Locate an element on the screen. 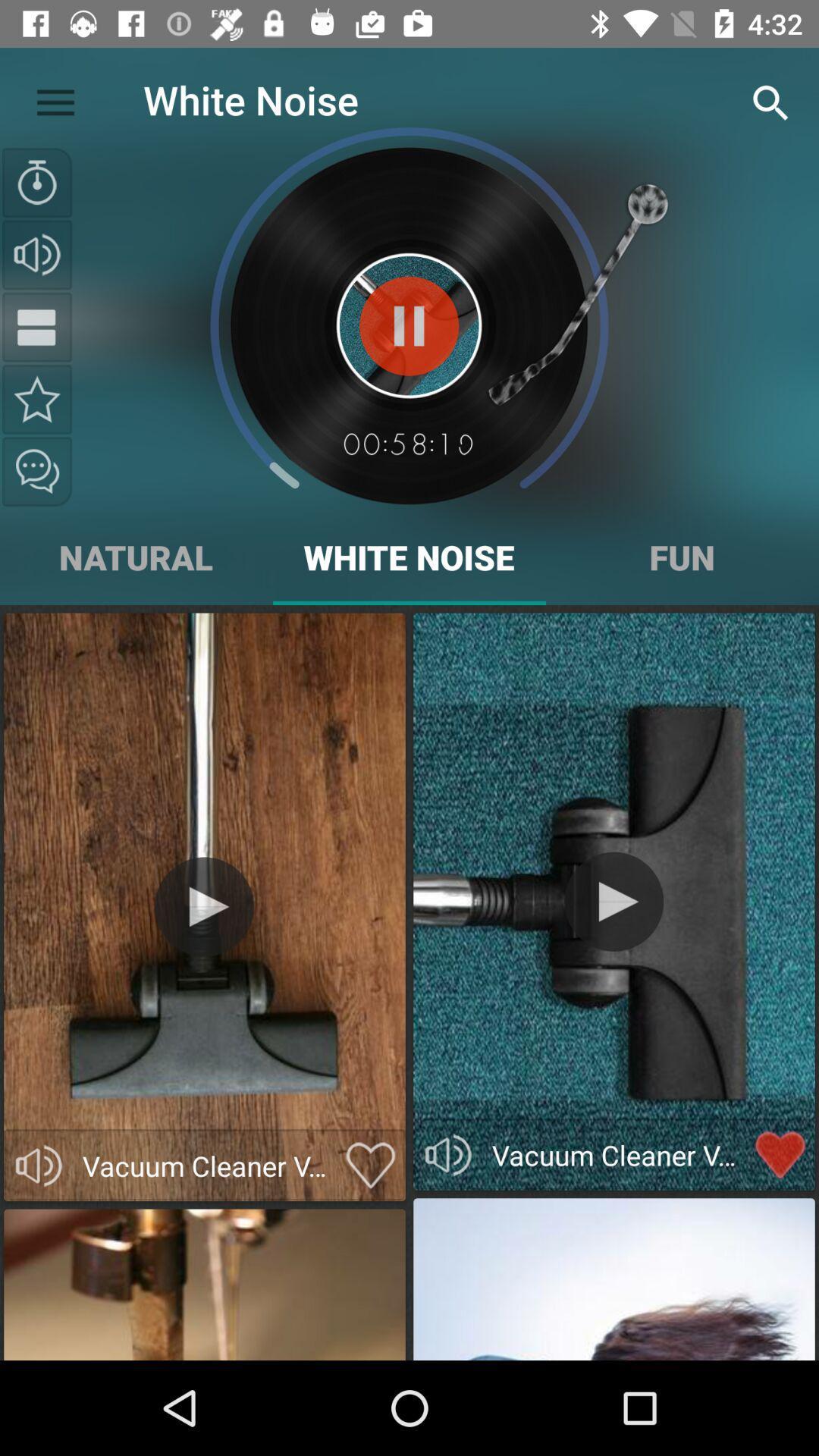 The height and width of the screenshot is (1456, 819). pause sound is located at coordinates (408, 325).